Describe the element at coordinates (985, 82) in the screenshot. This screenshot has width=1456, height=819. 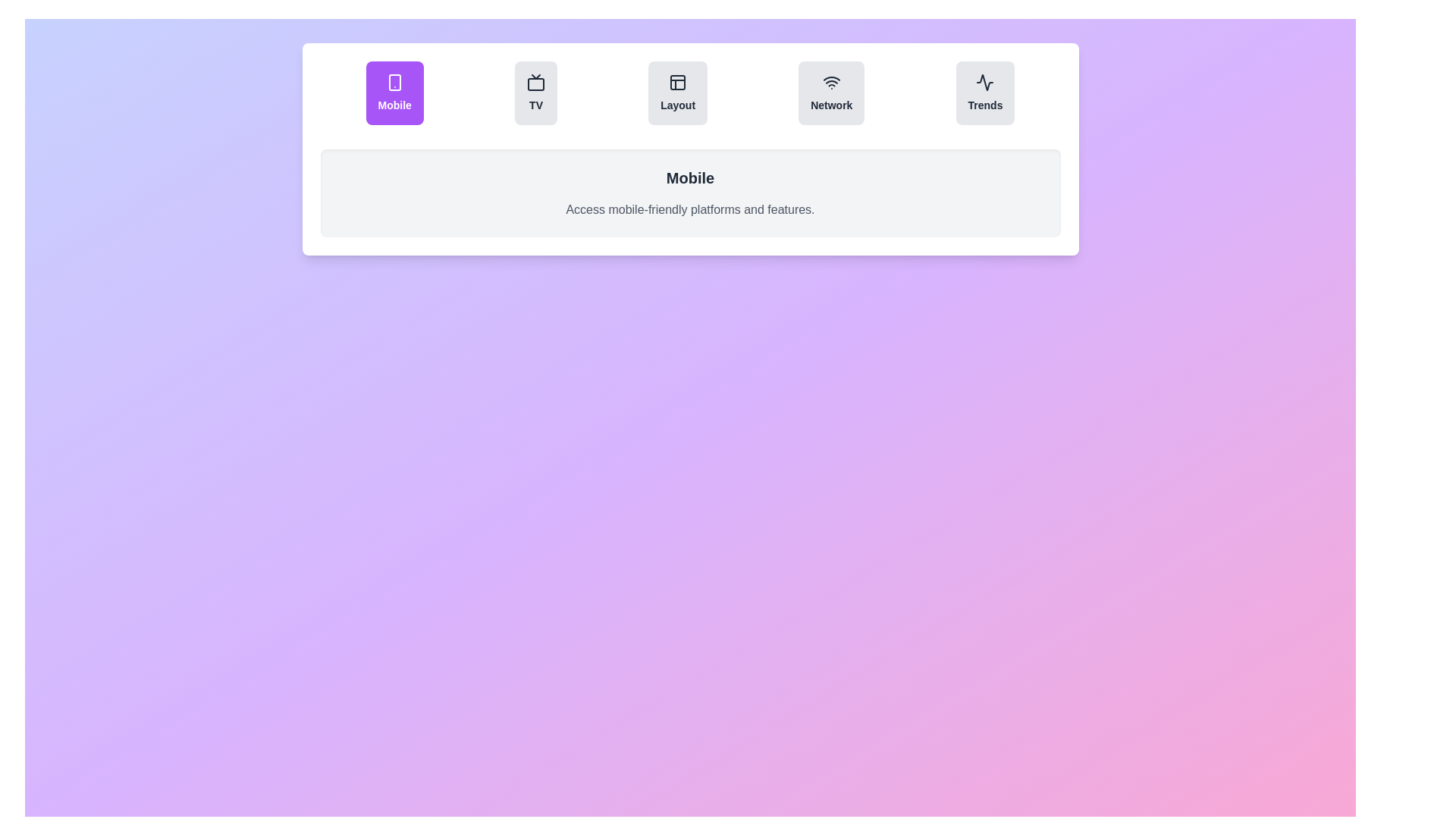
I see `the 'Trends' icon located in the top row of the interface, which serves as a link to the trending data section` at that location.